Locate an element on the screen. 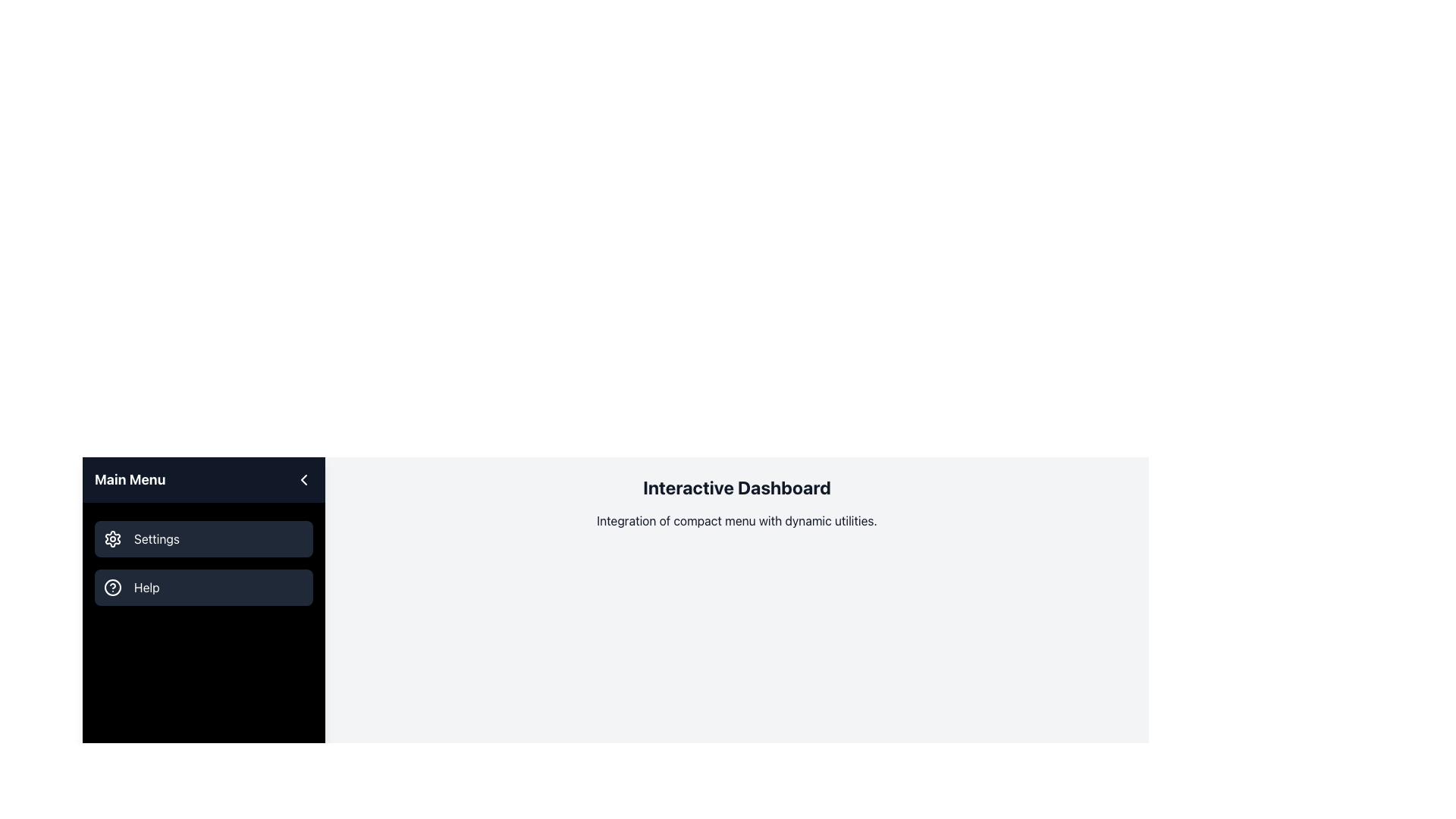 The image size is (1456, 819). the leftward-pointing chevron arrow icon located within the SVG component is located at coordinates (303, 479).